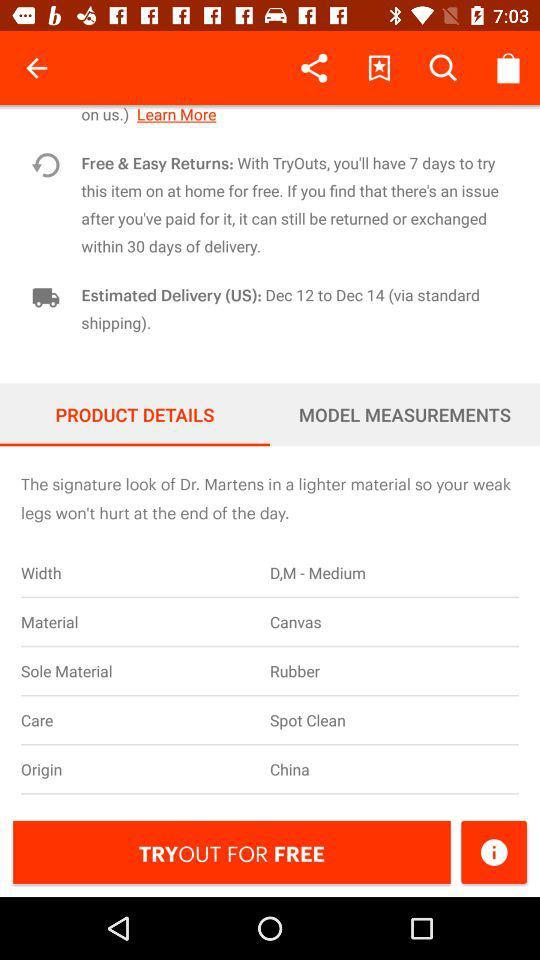 This screenshot has width=540, height=960. What do you see at coordinates (507, 68) in the screenshot?
I see `item above the how tryouts work item` at bounding box center [507, 68].